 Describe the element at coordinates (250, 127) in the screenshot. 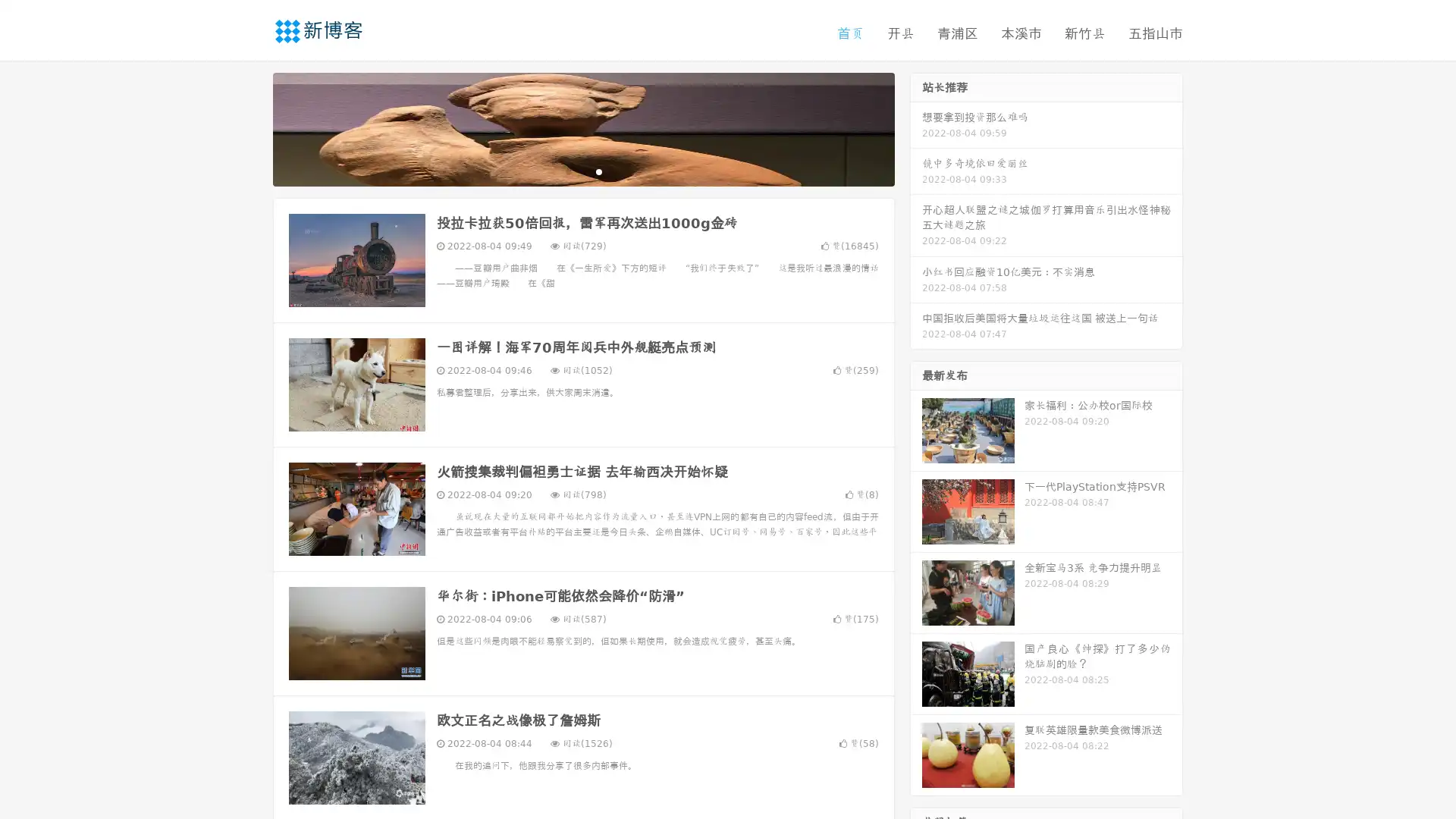

I see `Previous slide` at that location.